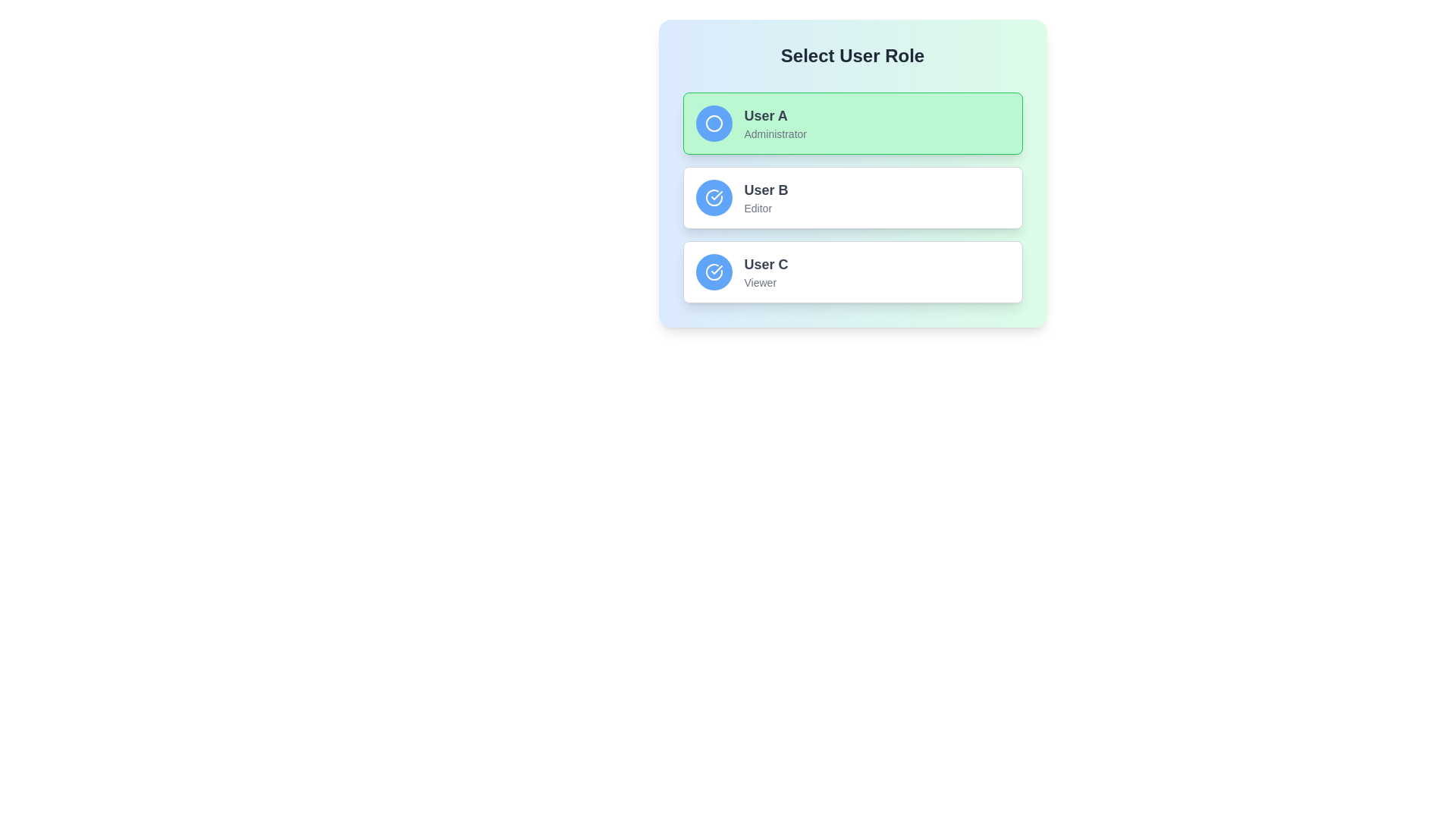 The height and width of the screenshot is (819, 1456). I want to click on the label displaying the username and user role in the third option of the user role selection panel, located to the right of the circular blue icon with a white check mark, so click(766, 271).